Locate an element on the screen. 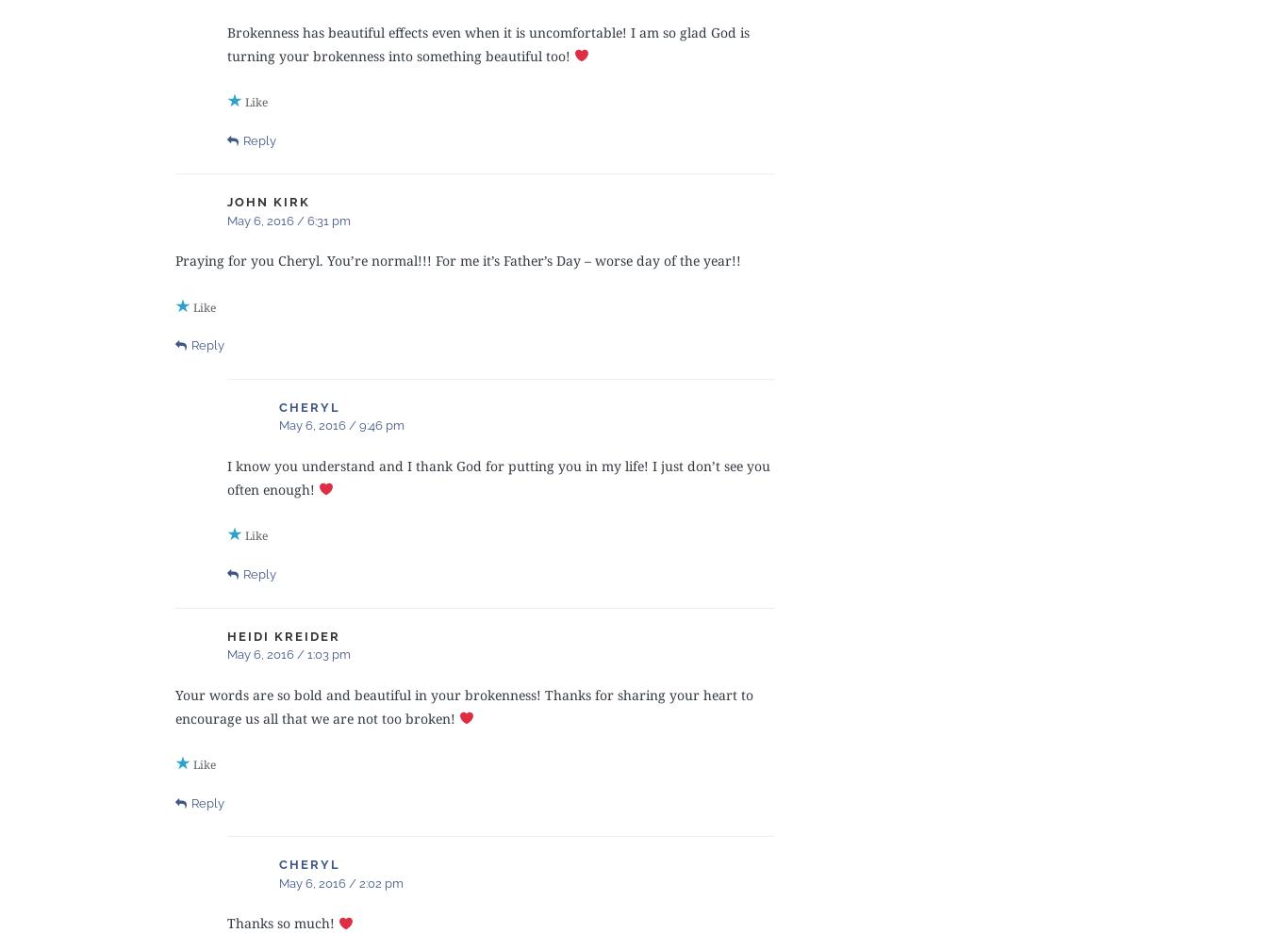 This screenshot has width=1288, height=933. 'John Kirk' is located at coordinates (268, 201).